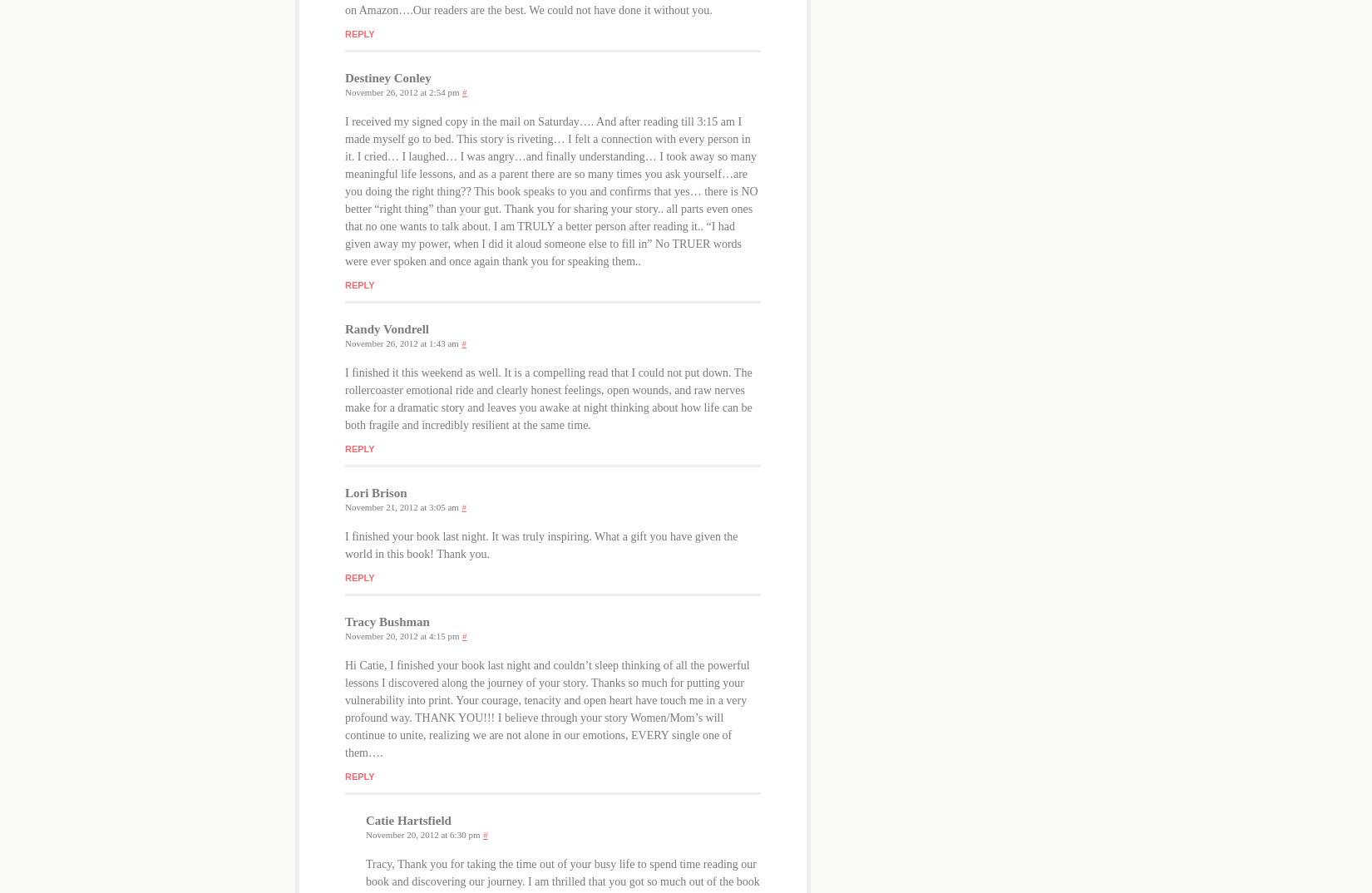 The image size is (1372, 893). Describe the element at coordinates (343, 620) in the screenshot. I see `'Tracy Bushman'` at that location.